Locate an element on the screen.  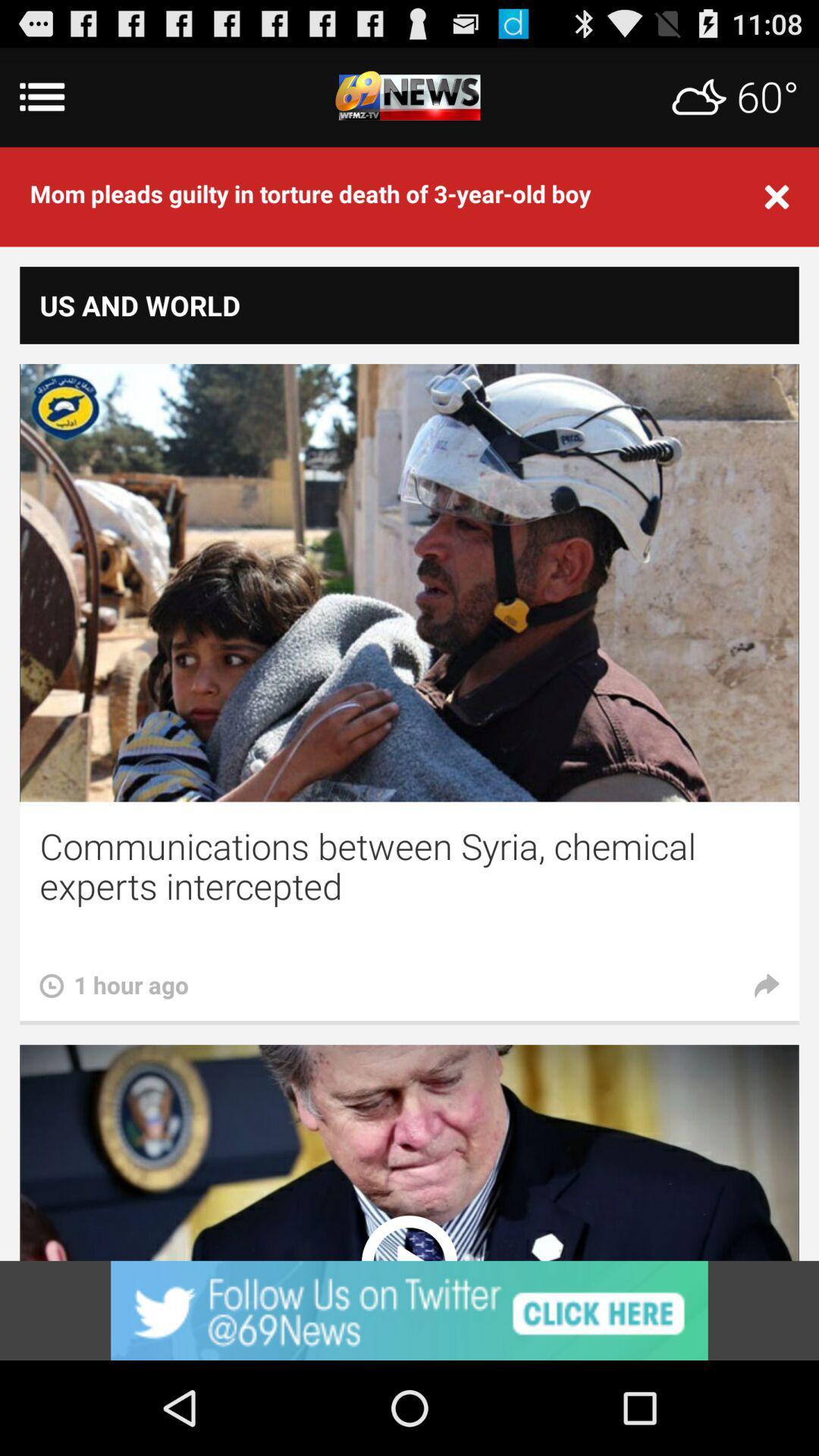
the advertisement is located at coordinates (409, 1310).